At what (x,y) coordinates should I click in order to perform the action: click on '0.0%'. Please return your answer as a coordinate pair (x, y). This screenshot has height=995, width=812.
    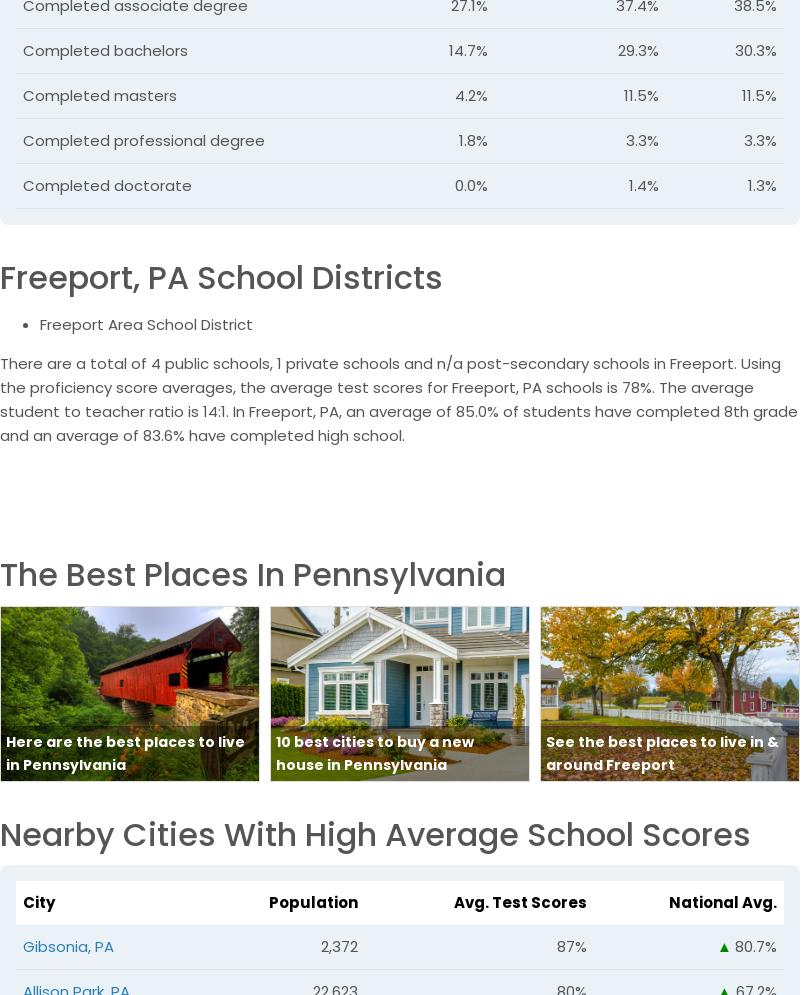
    Looking at the image, I should click on (453, 184).